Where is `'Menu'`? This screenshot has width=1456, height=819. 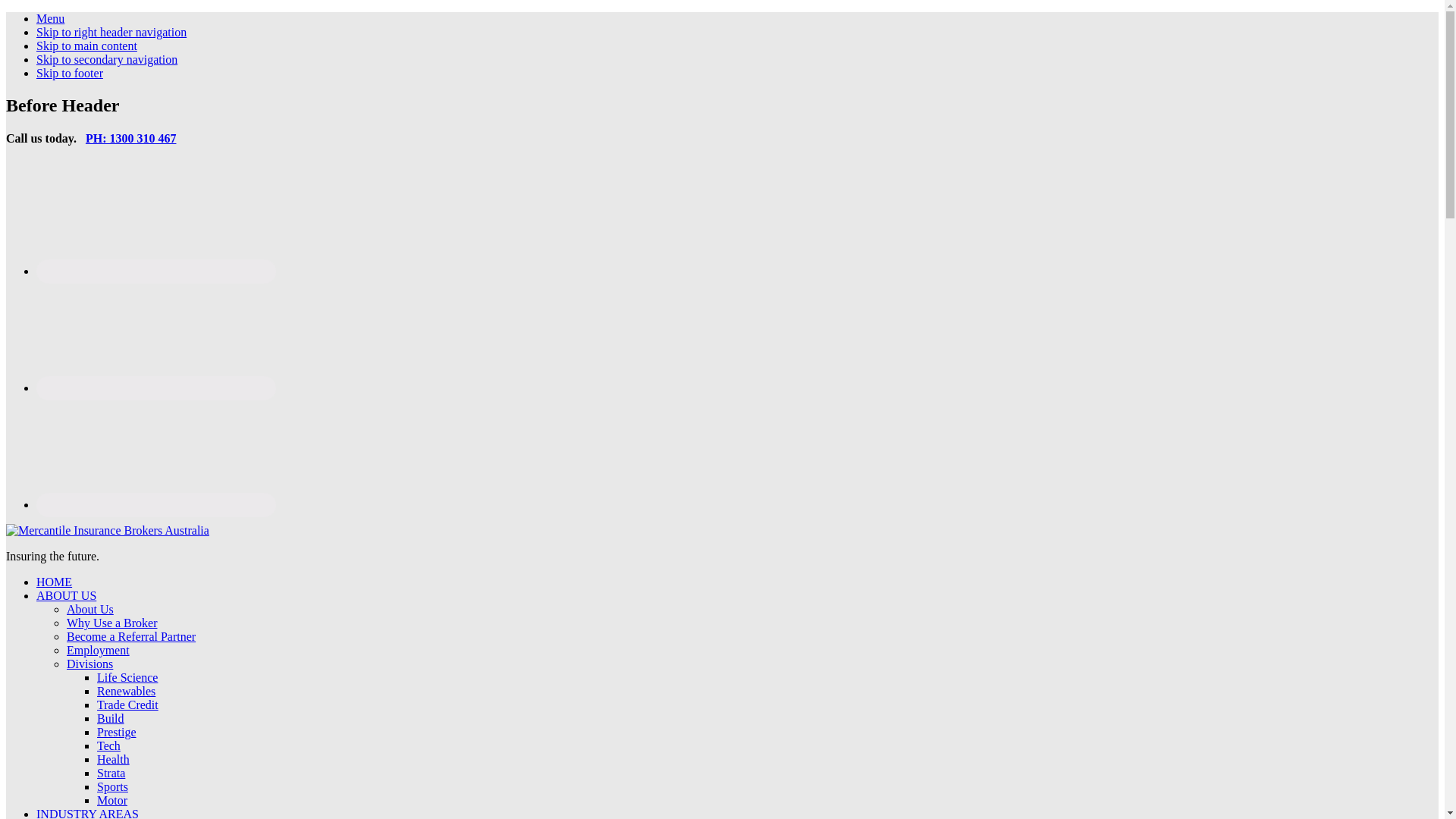 'Menu' is located at coordinates (50, 18).